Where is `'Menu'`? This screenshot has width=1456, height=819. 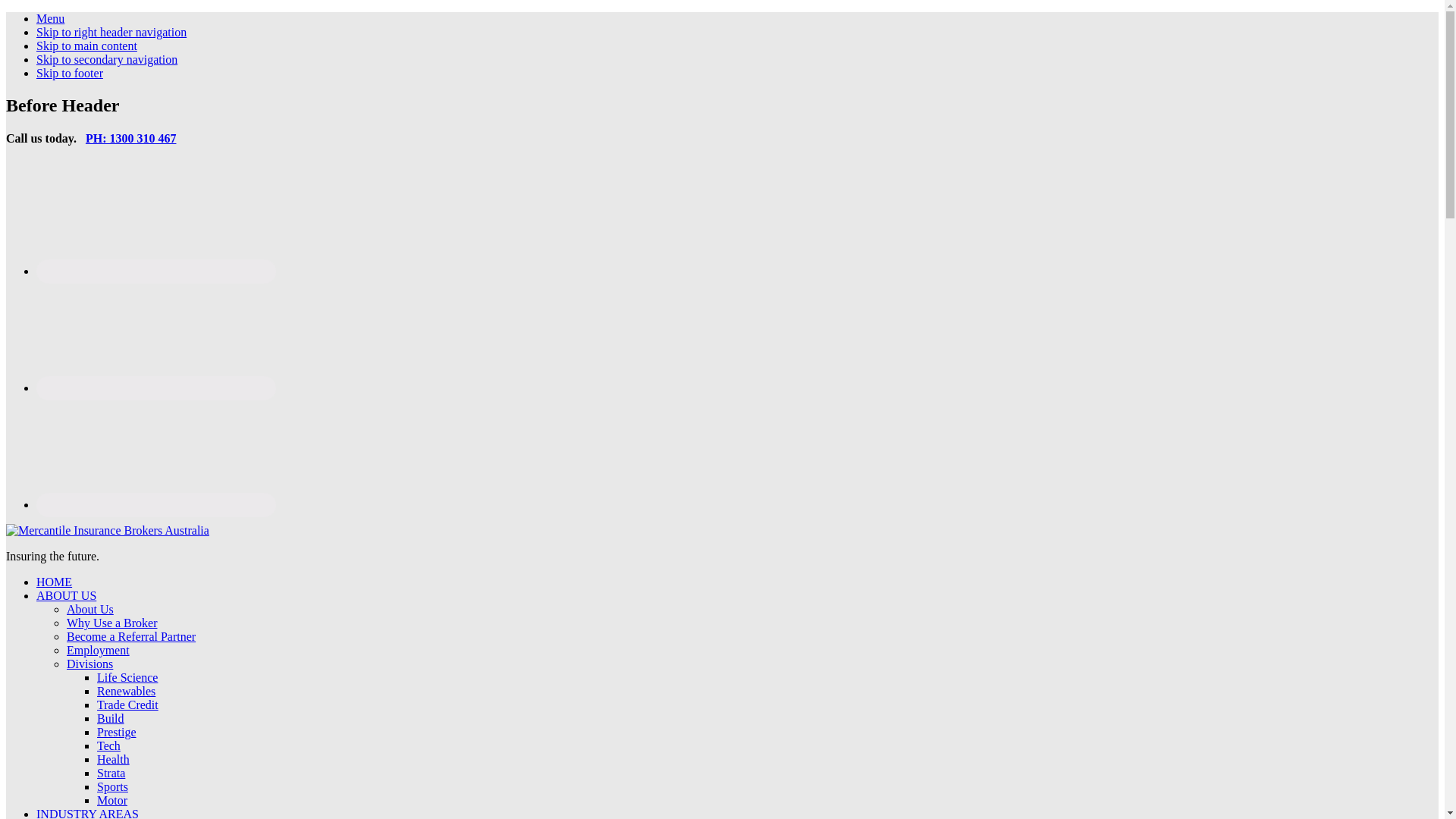 'Menu' is located at coordinates (50, 18).